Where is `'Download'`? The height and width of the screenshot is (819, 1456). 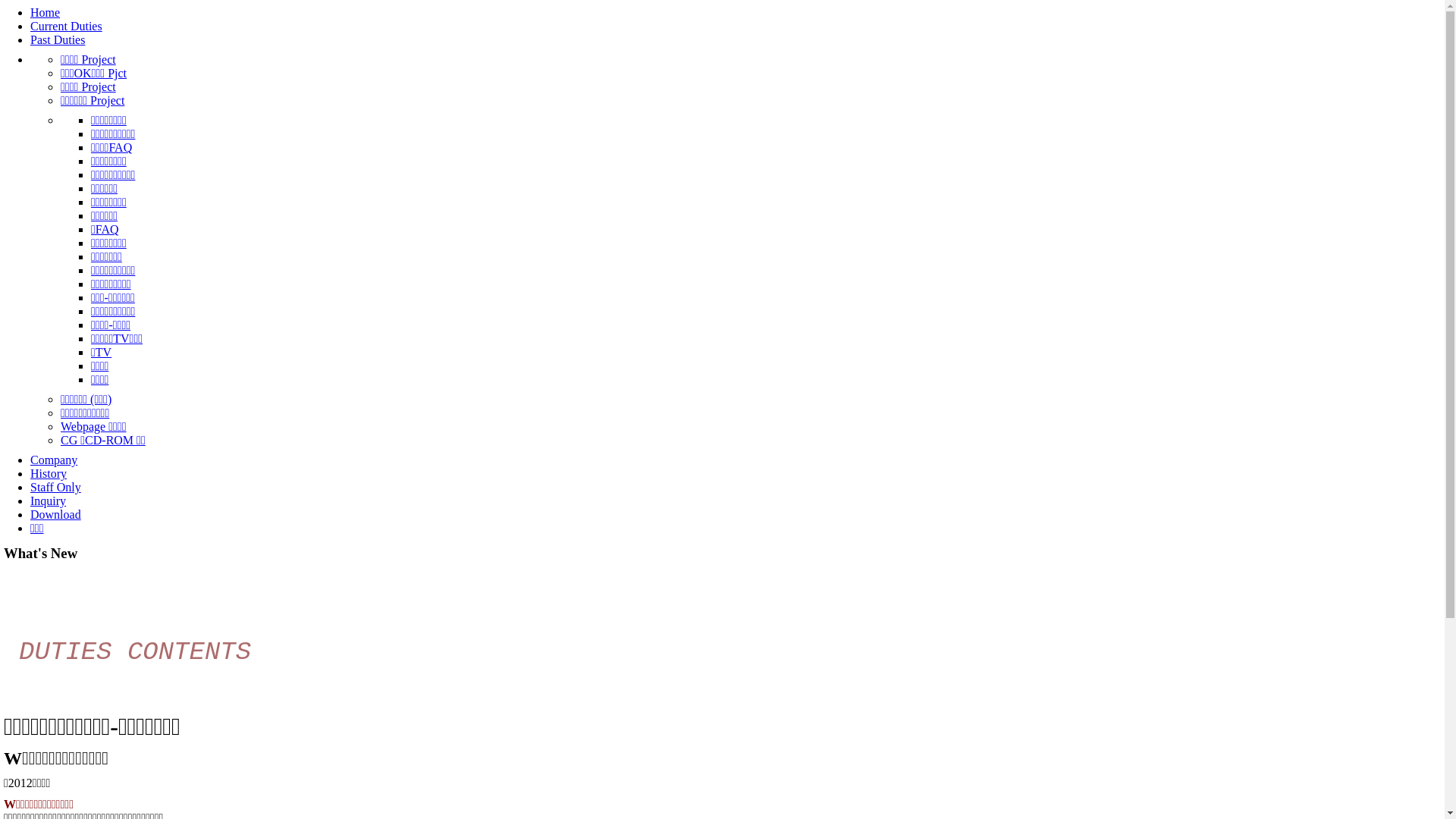 'Download' is located at coordinates (55, 513).